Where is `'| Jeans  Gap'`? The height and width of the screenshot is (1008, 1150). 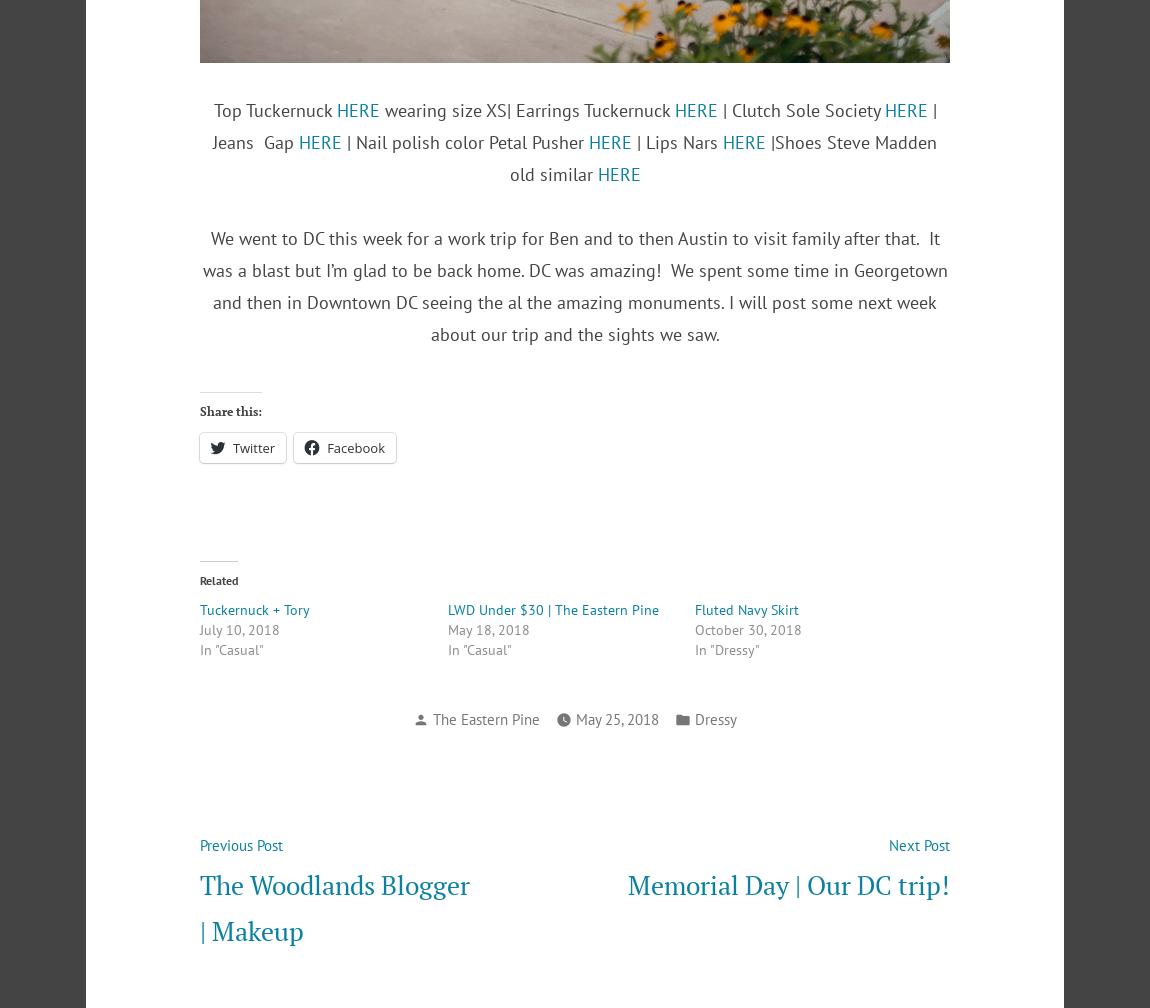 '| Jeans  Gap' is located at coordinates (574, 125).